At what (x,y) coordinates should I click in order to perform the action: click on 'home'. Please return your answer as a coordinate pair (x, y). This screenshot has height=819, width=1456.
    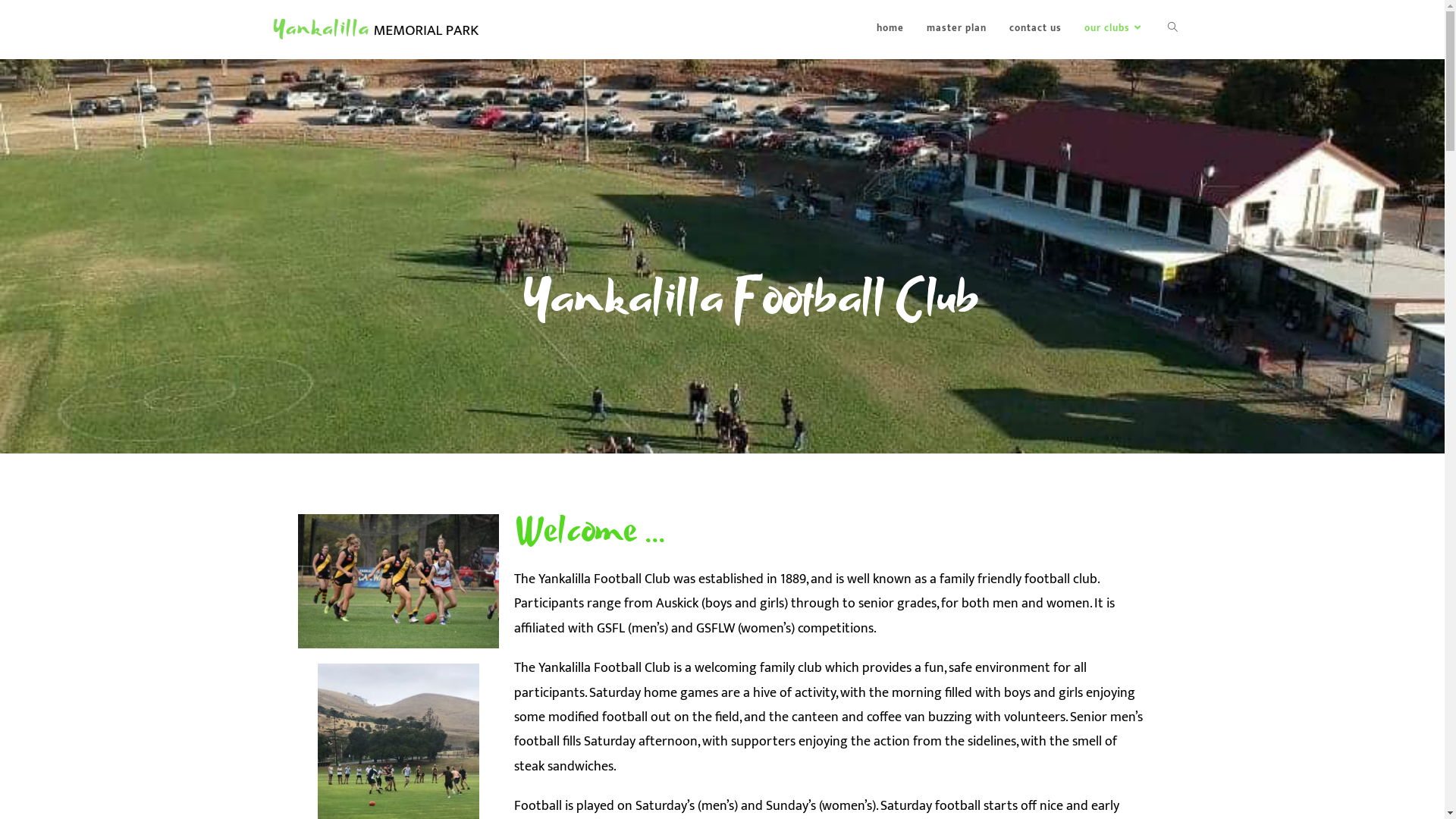
    Looking at the image, I should click on (889, 28).